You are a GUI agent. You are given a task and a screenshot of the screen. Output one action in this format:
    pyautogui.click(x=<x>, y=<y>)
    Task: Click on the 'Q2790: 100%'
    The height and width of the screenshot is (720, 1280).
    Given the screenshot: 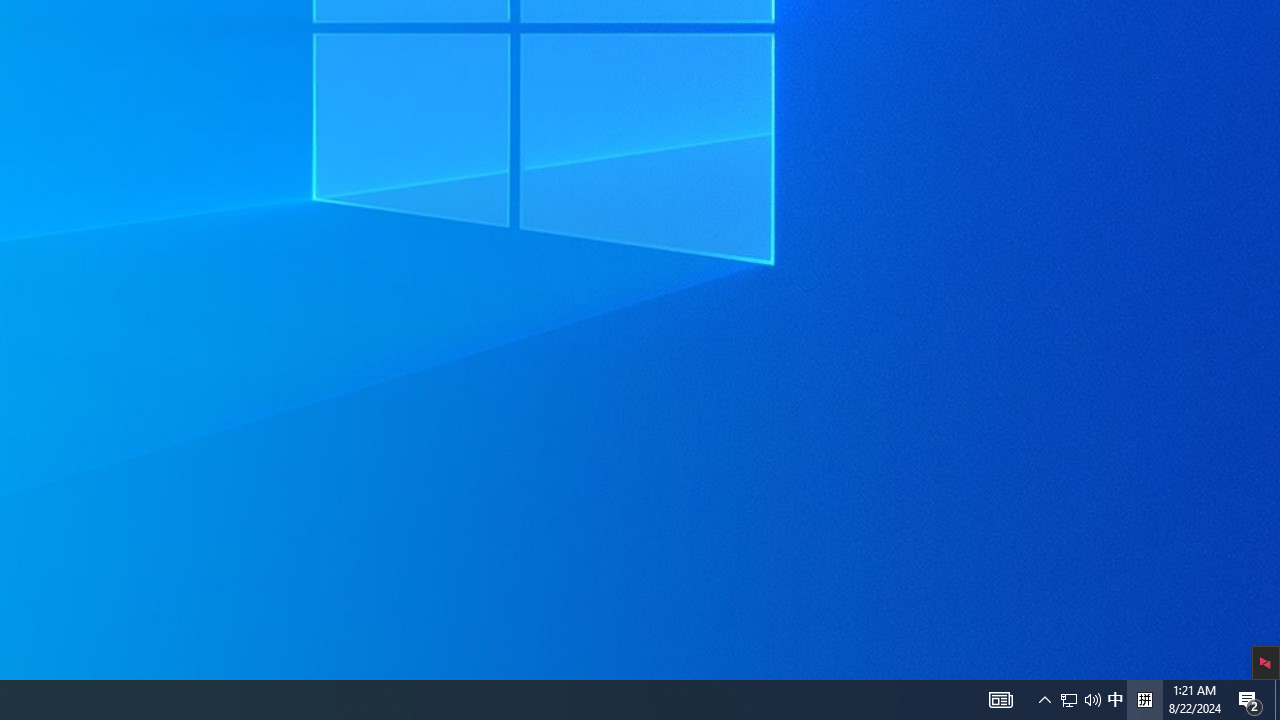 What is the action you would take?
    pyautogui.click(x=1068, y=698)
    